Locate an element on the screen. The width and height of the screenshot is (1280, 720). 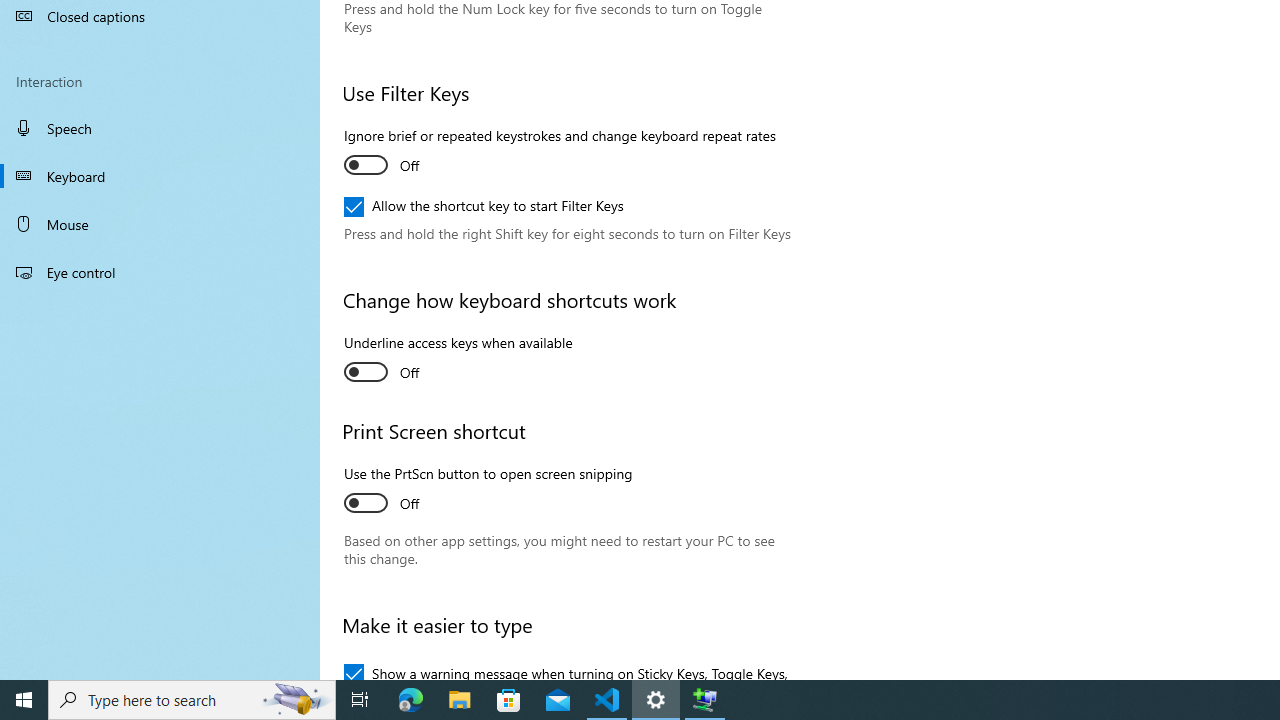
'Eye control' is located at coordinates (160, 271).